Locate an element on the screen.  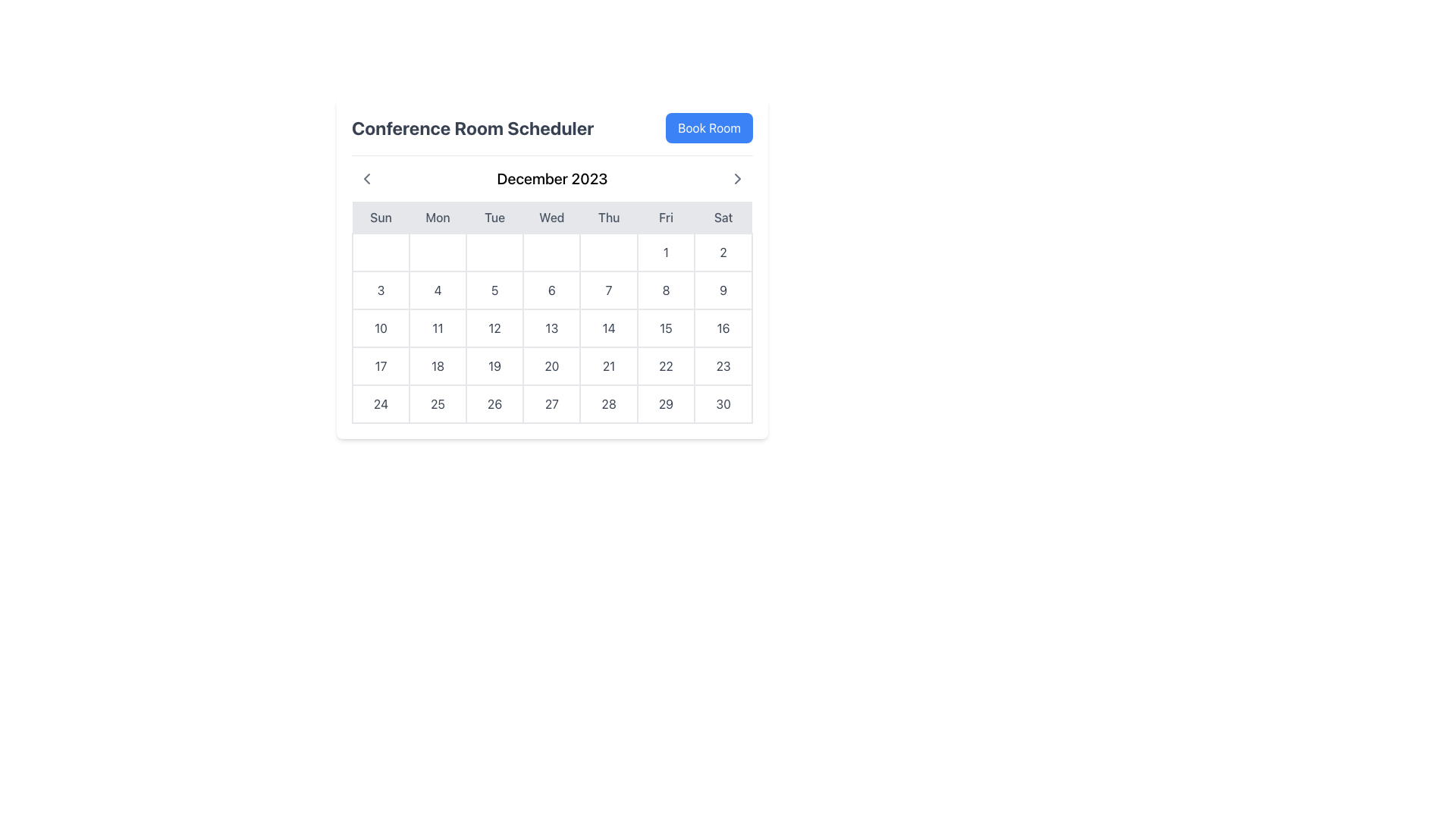
the first grid cell under the 'Sun' column in the calendar layout is located at coordinates (381, 251).